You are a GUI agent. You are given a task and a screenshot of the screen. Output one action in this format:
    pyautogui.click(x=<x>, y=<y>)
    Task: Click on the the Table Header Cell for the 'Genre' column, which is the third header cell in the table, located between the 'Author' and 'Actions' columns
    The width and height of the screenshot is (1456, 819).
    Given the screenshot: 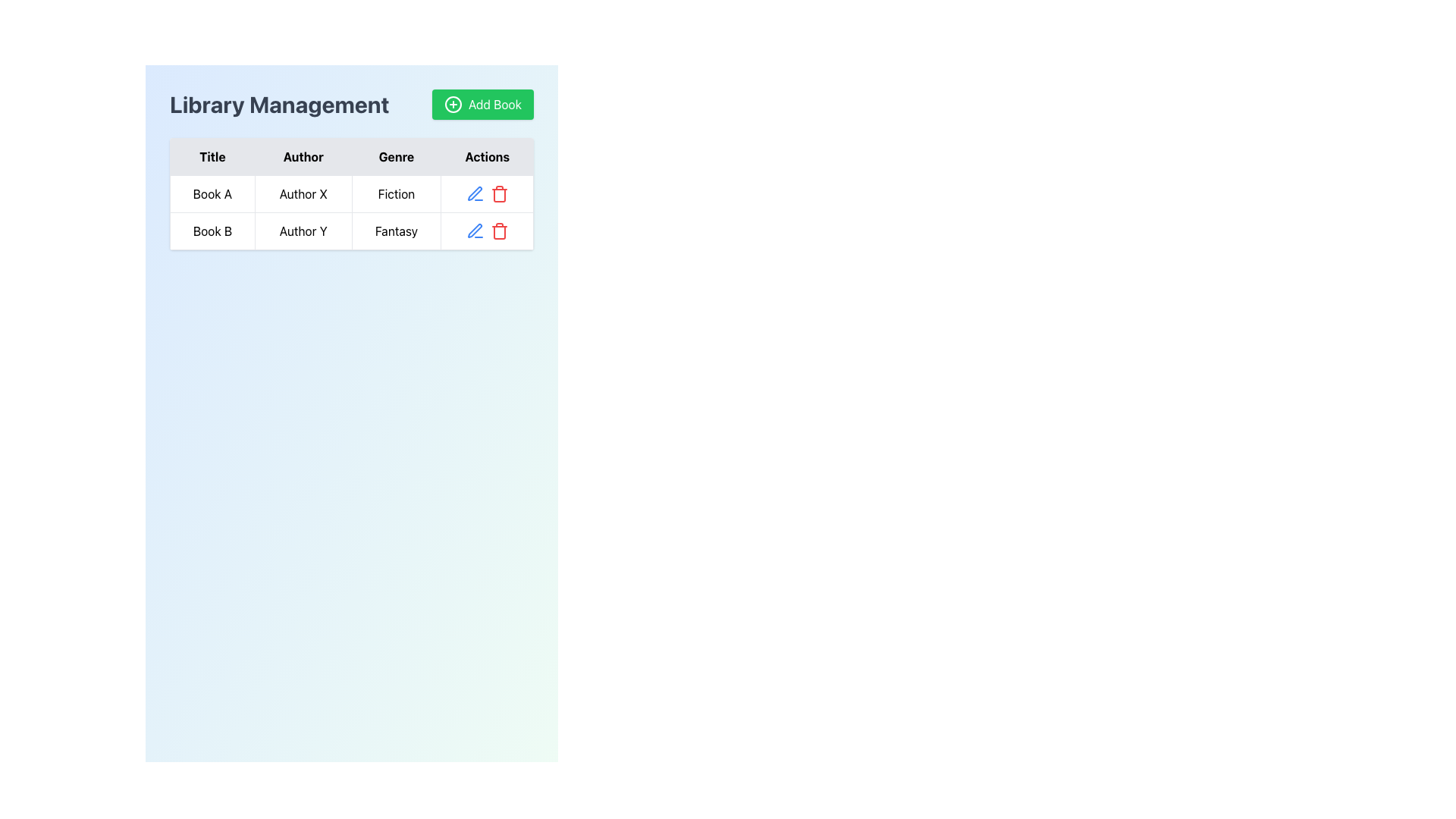 What is the action you would take?
    pyautogui.click(x=397, y=157)
    